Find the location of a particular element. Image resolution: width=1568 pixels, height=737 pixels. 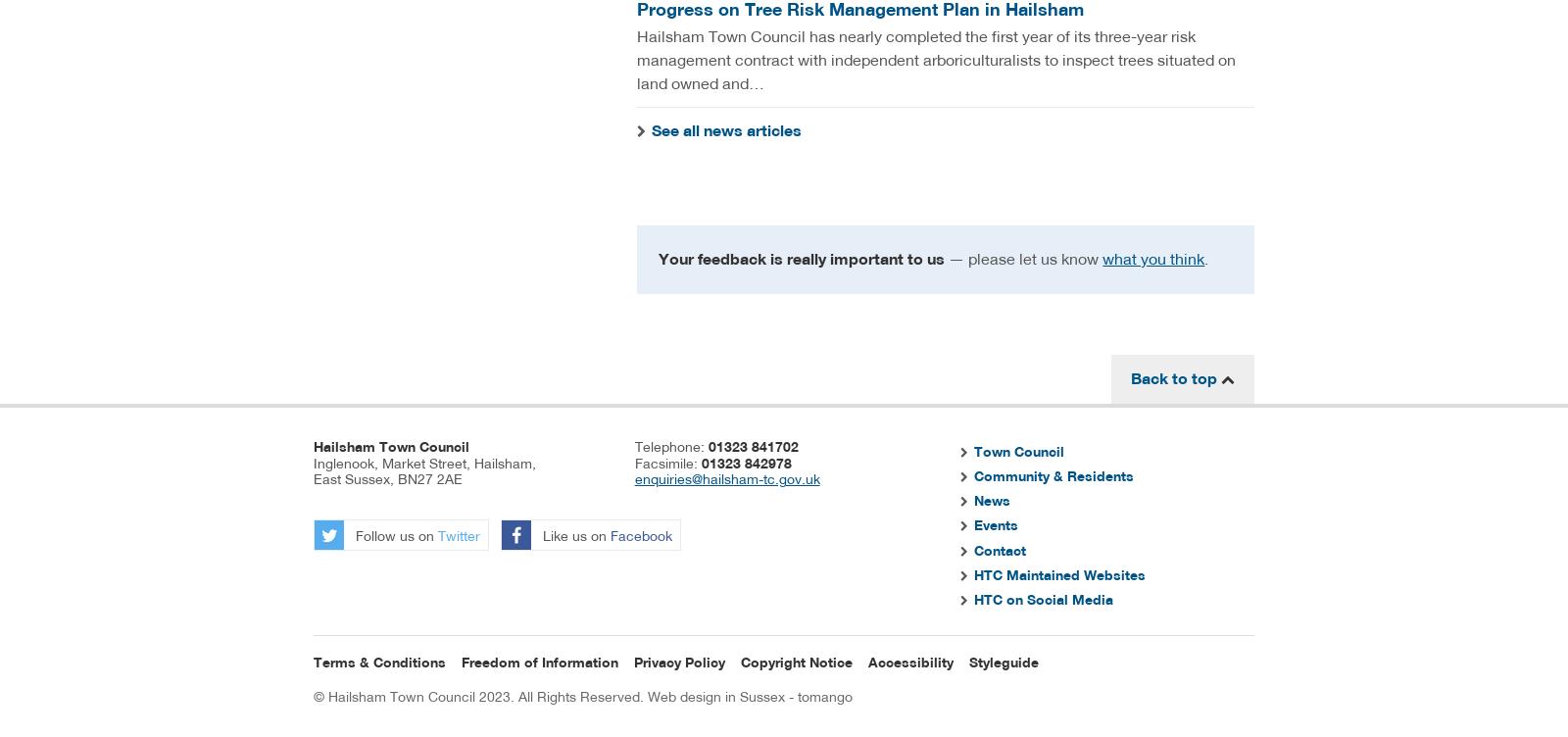

'Inglenook, Market Street, Hailsham, East Sussex, BN27 2AE' is located at coordinates (423, 469).